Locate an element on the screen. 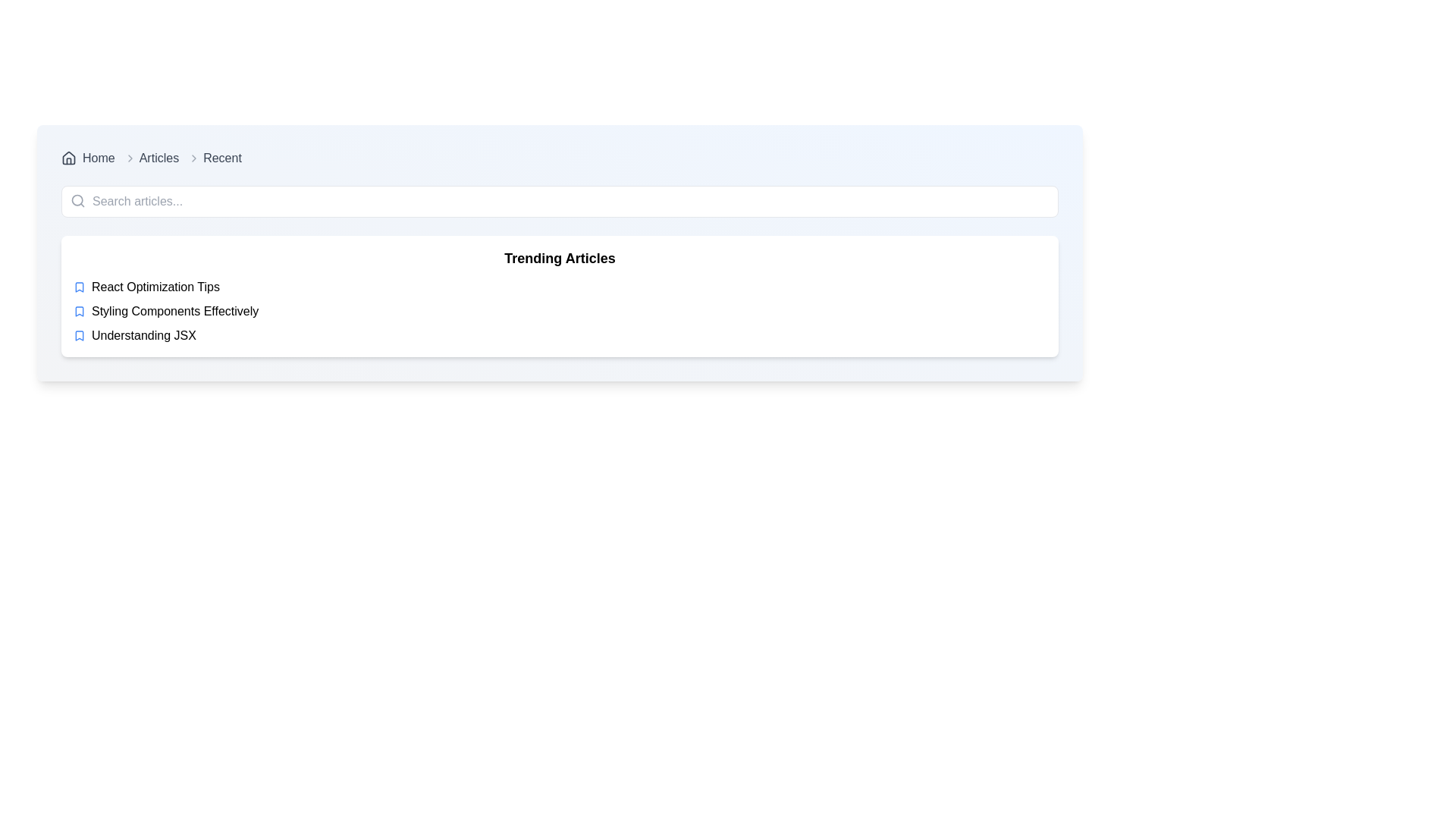 The height and width of the screenshot is (819, 1456). the 'Articles' text-based hyperlink located in the breadcrumb navigation bar is located at coordinates (158, 158).